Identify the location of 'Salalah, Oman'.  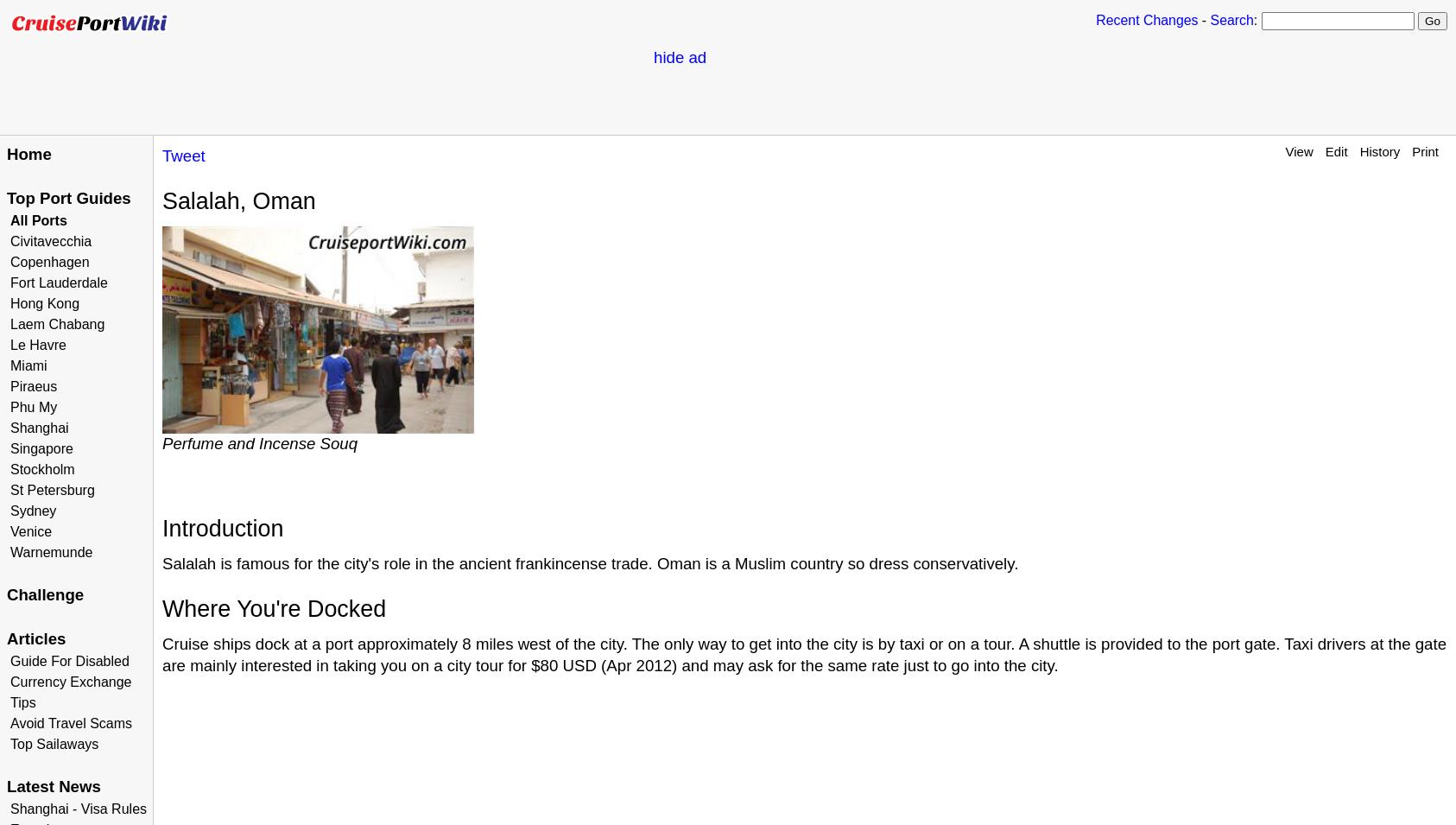
(161, 200).